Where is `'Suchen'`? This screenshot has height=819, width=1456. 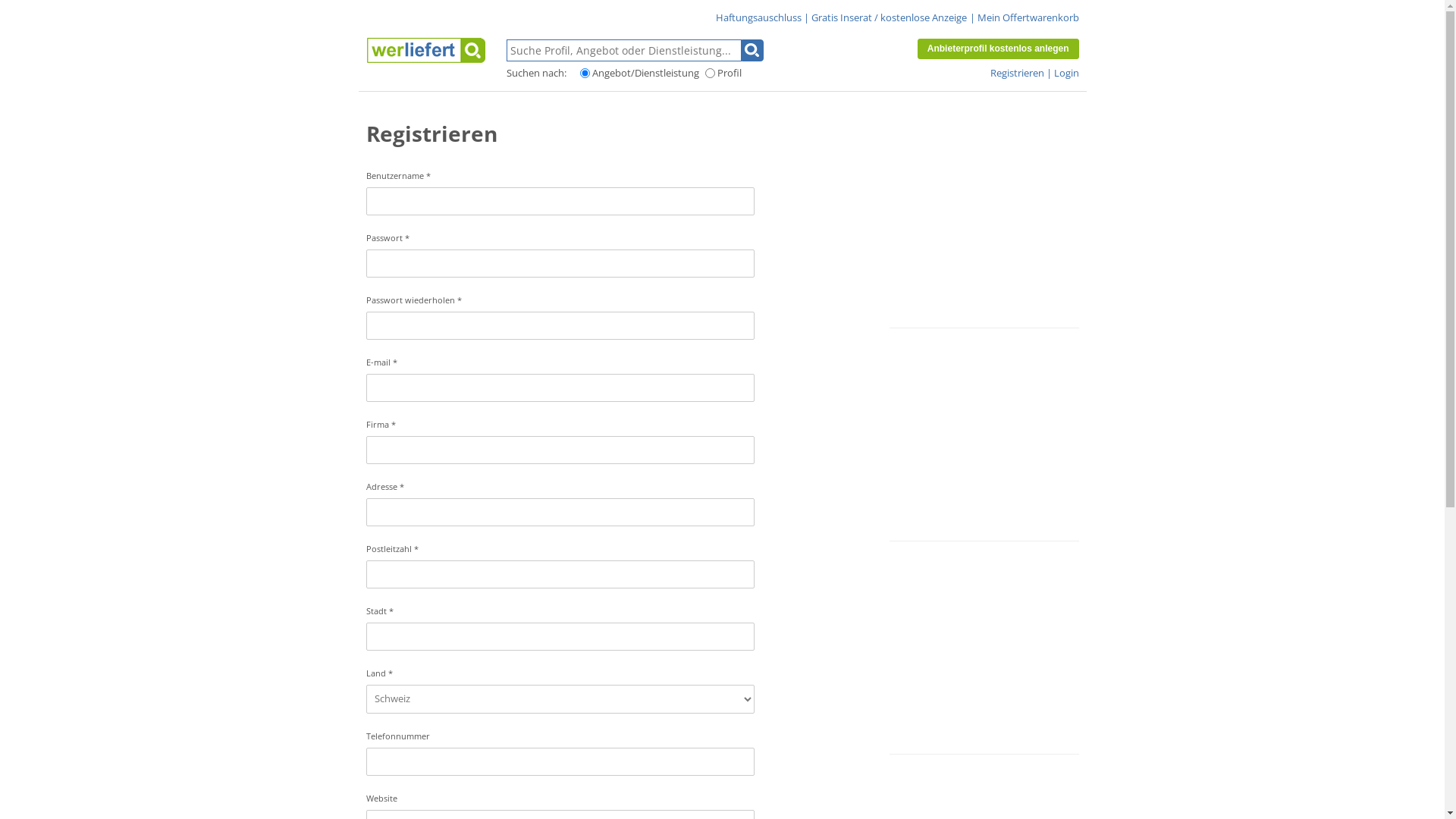
'Suchen' is located at coordinates (752, 49).